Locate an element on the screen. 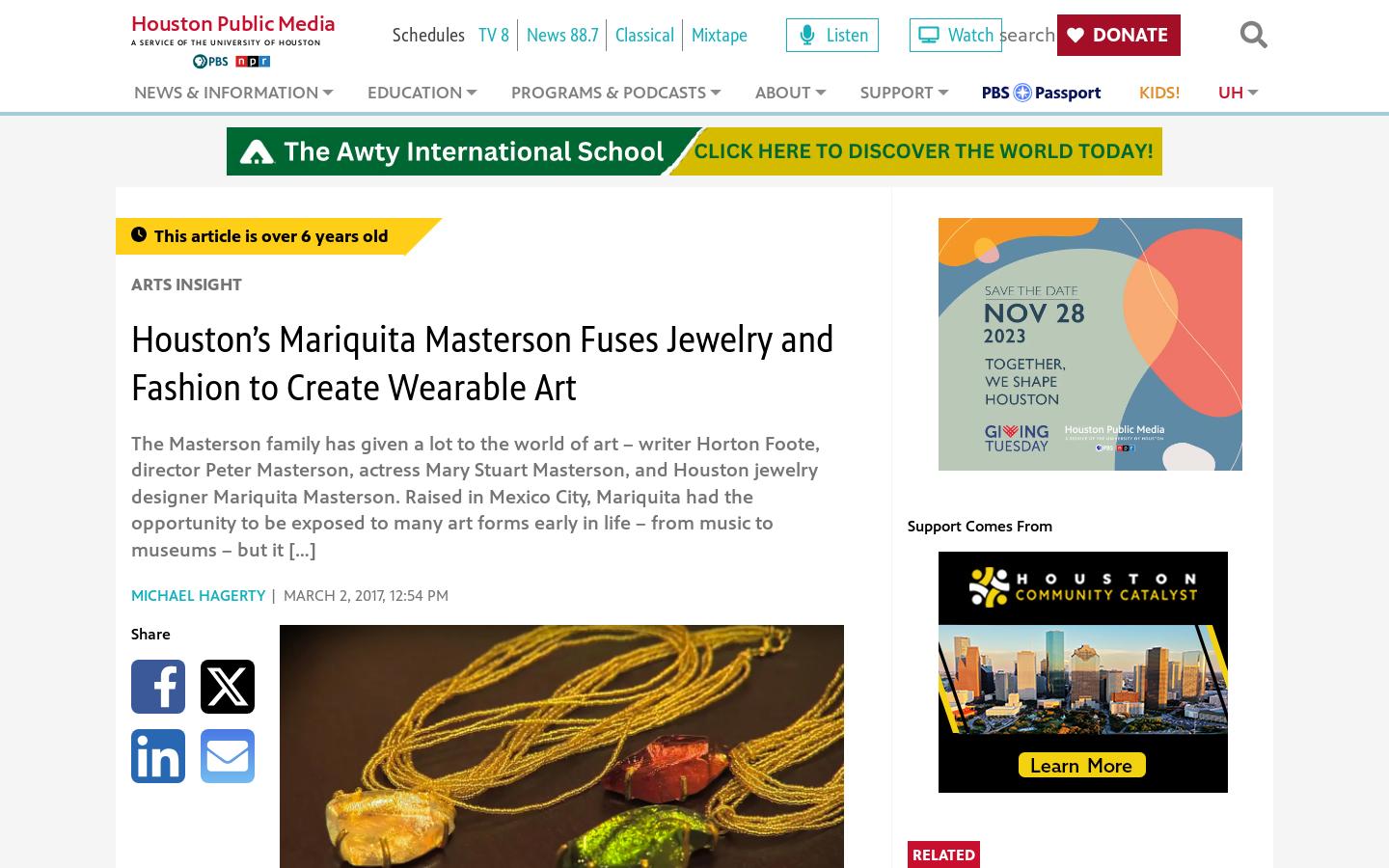  'Arts InSight' is located at coordinates (186, 284).